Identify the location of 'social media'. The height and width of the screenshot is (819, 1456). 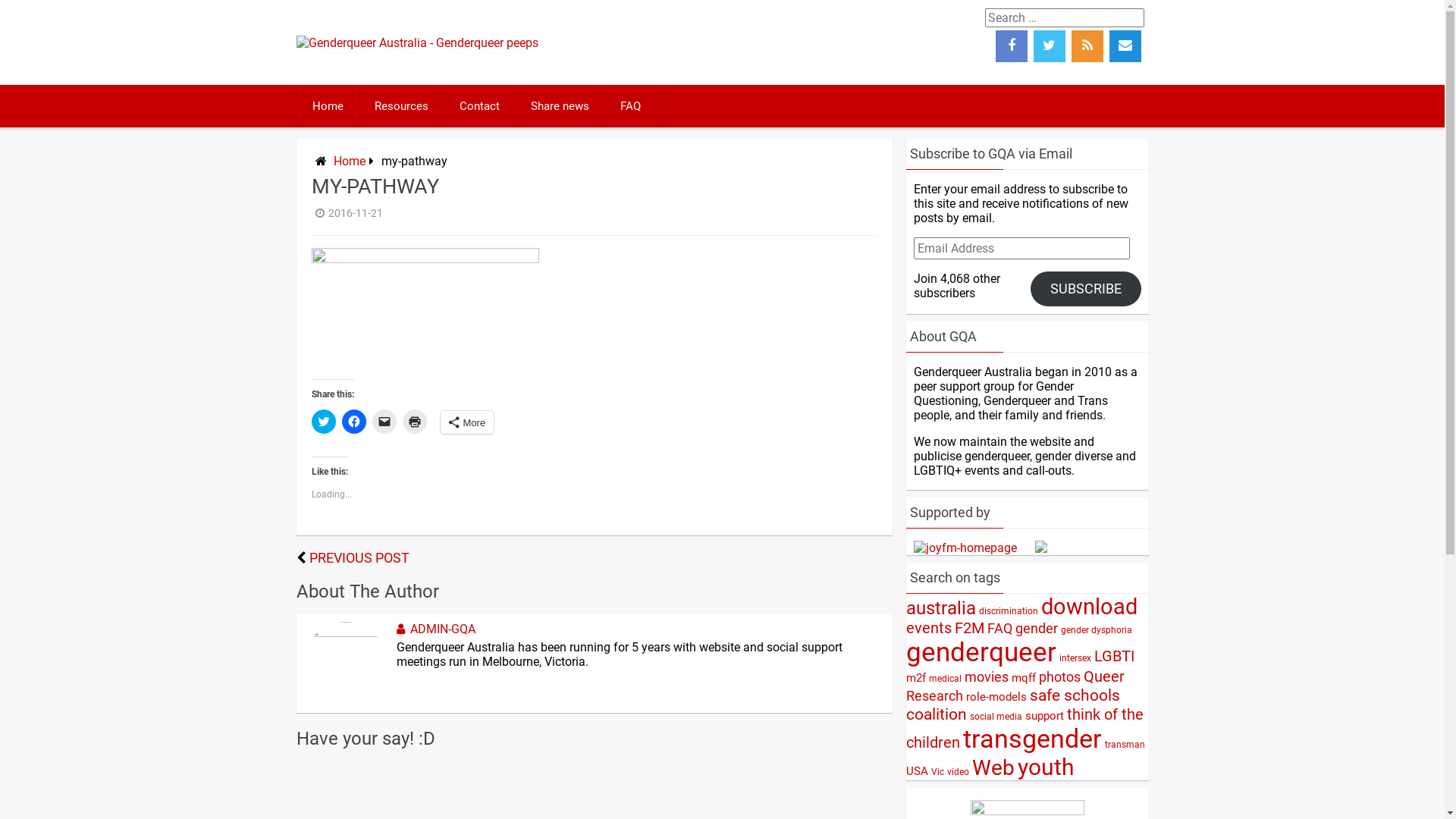
(995, 717).